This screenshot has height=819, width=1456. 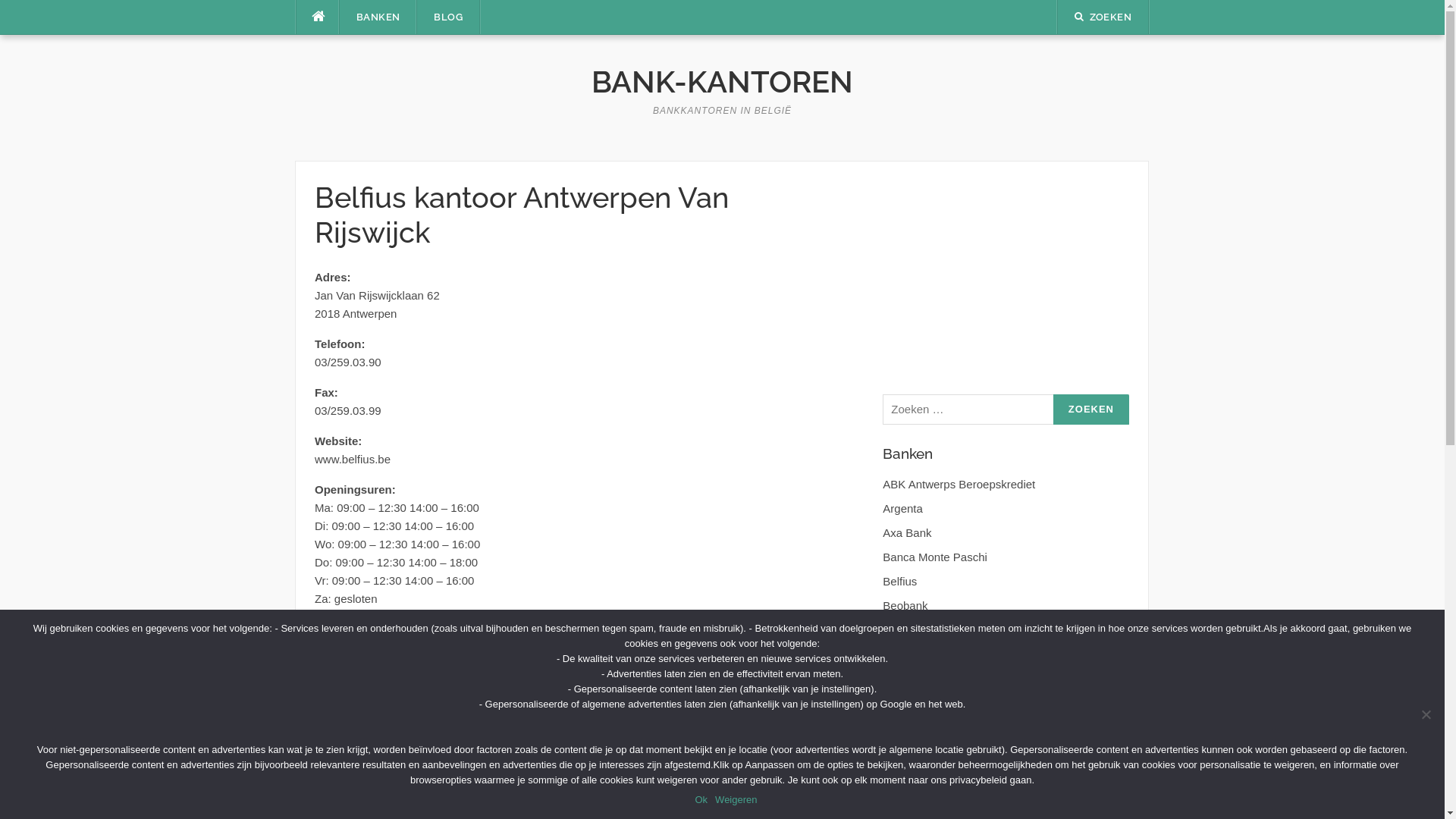 I want to click on 'Beobank', so click(x=882, y=604).